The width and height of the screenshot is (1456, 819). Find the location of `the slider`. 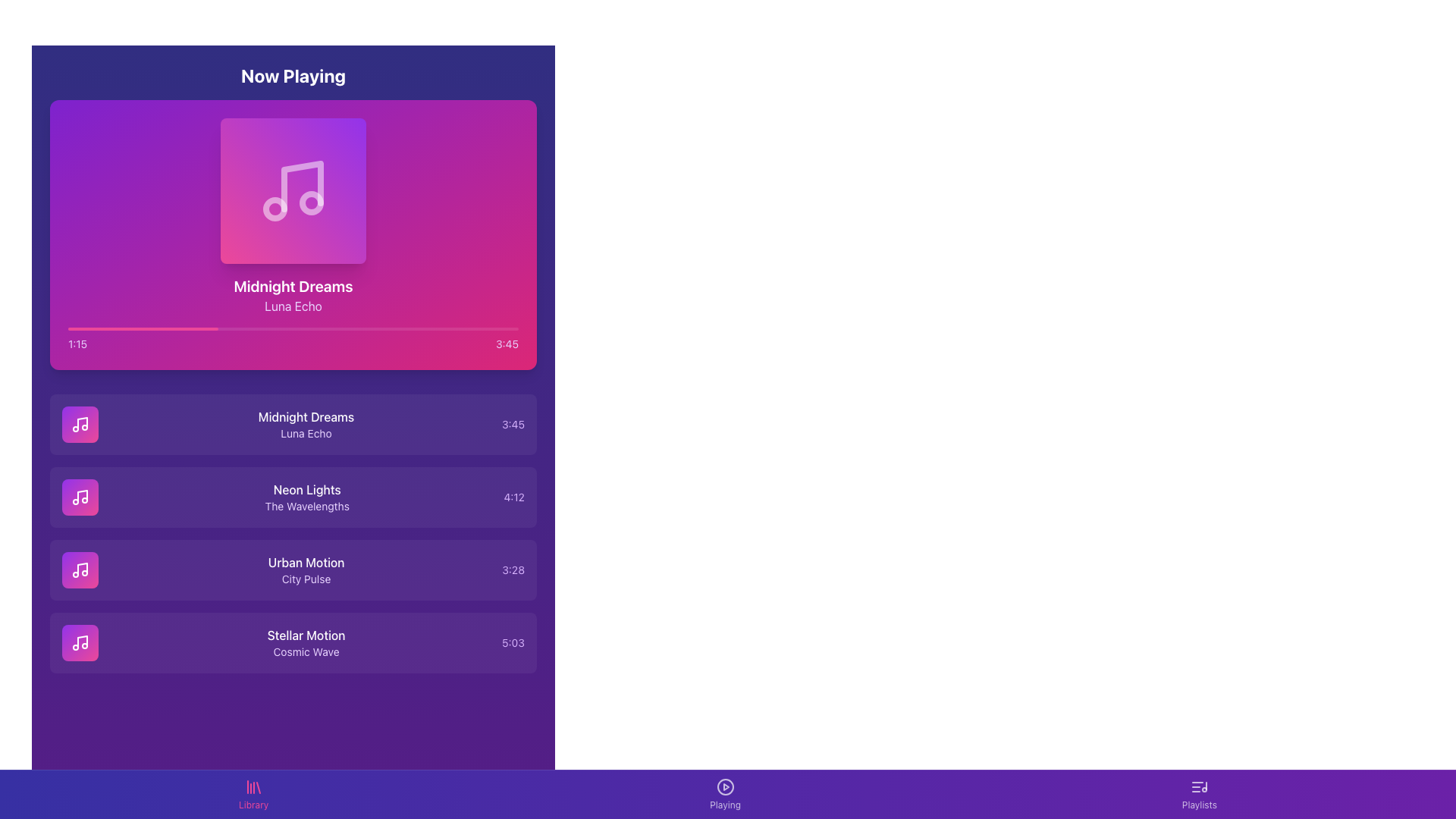

the slider is located at coordinates (472, 328).